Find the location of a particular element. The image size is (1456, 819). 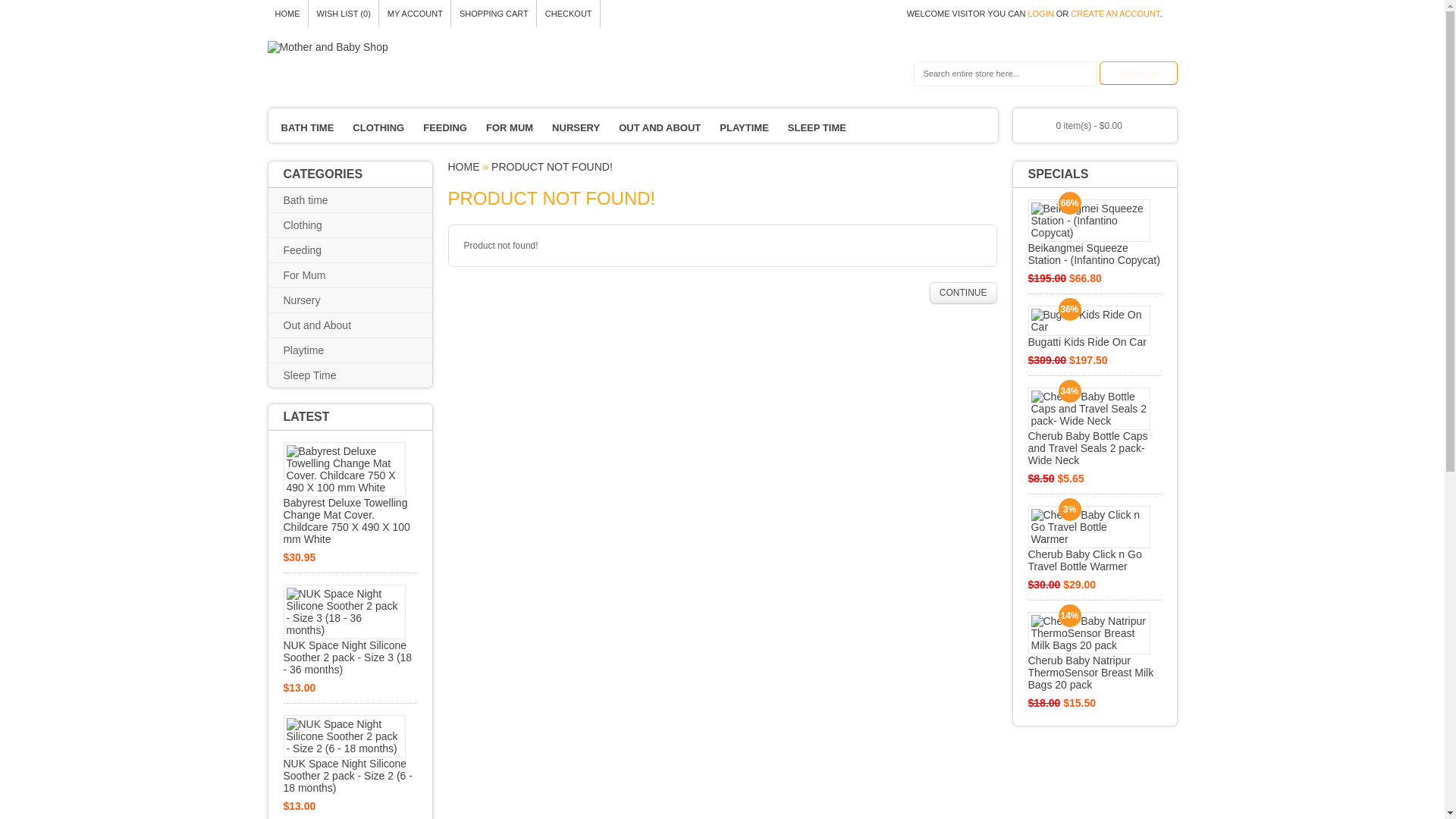

'Bugatti Kids Ride On Car' is located at coordinates (1095, 326).